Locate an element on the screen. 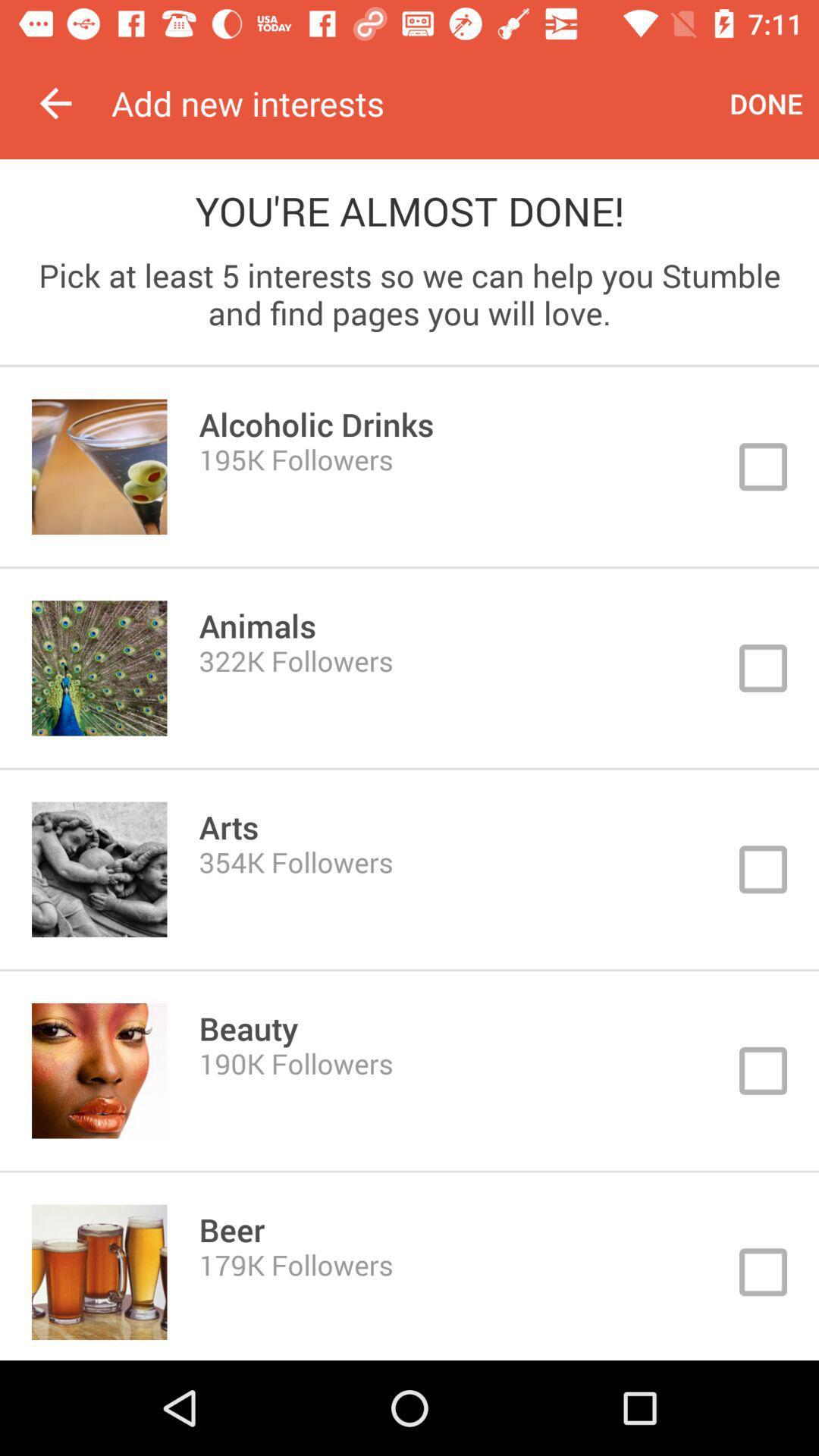 This screenshot has height=1456, width=819. interest is located at coordinates (409, 466).